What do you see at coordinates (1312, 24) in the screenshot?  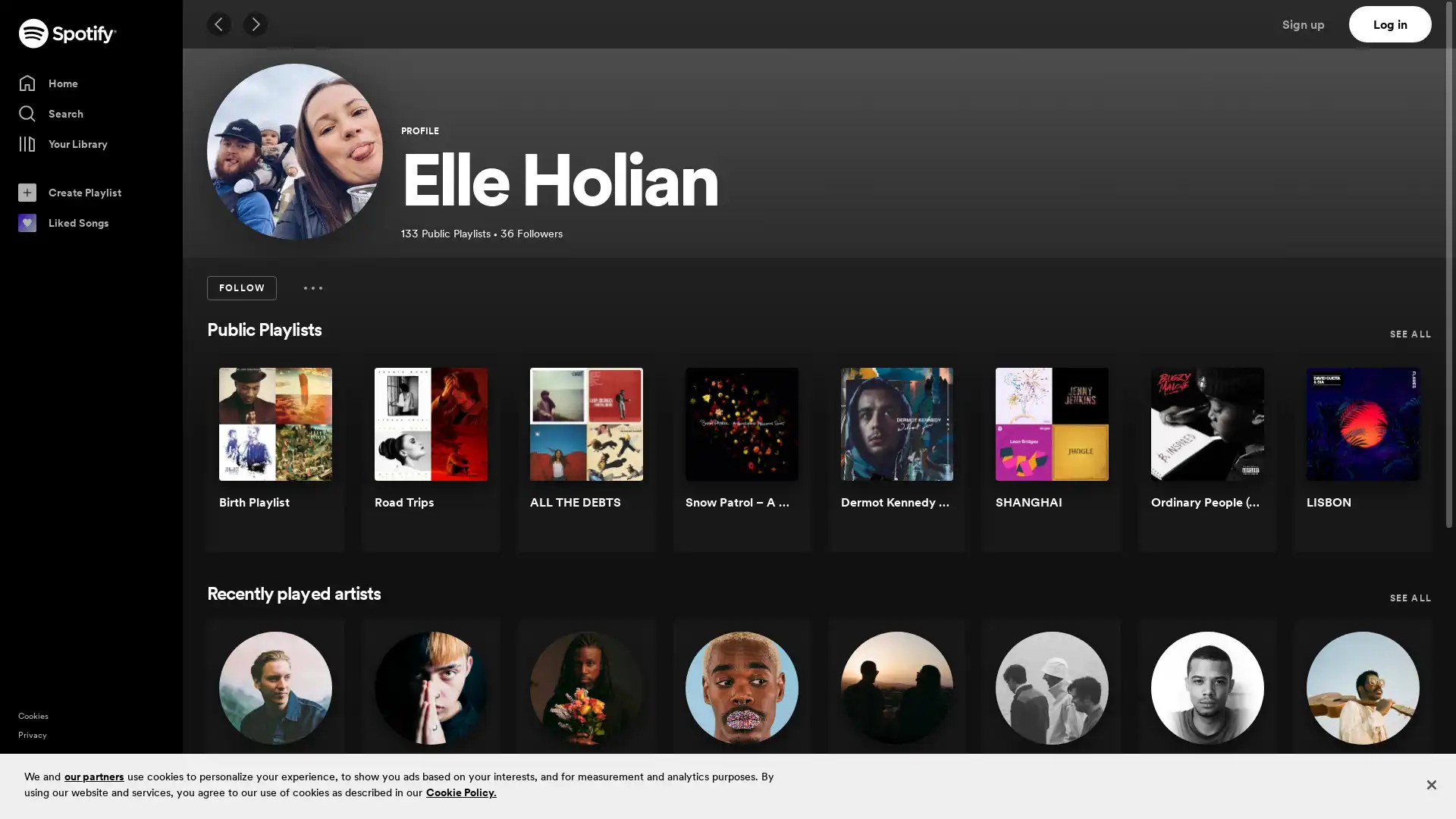 I see `Sign up` at bounding box center [1312, 24].